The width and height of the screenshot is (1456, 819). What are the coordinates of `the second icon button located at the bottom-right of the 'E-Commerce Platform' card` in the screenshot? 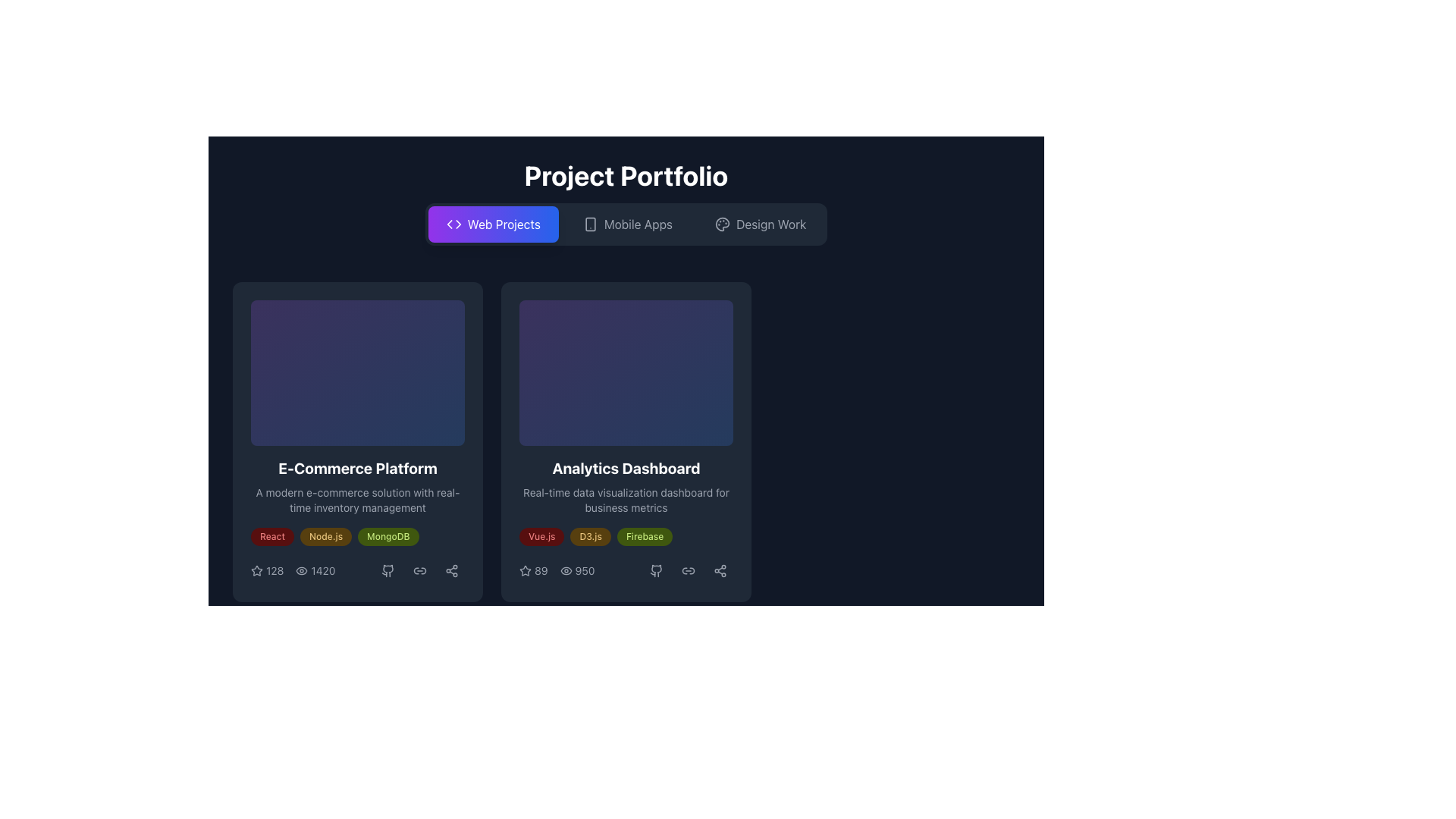 It's located at (419, 570).